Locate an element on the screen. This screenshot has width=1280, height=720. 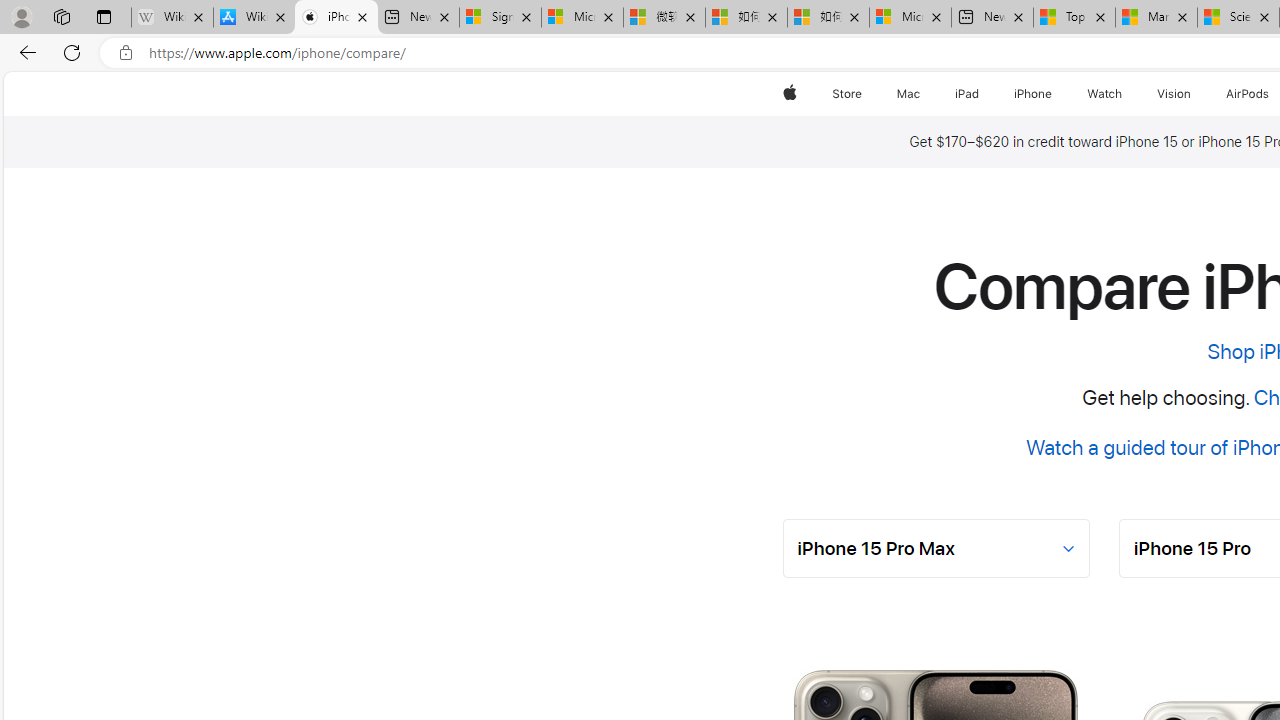
'Vision' is located at coordinates (1175, 93).